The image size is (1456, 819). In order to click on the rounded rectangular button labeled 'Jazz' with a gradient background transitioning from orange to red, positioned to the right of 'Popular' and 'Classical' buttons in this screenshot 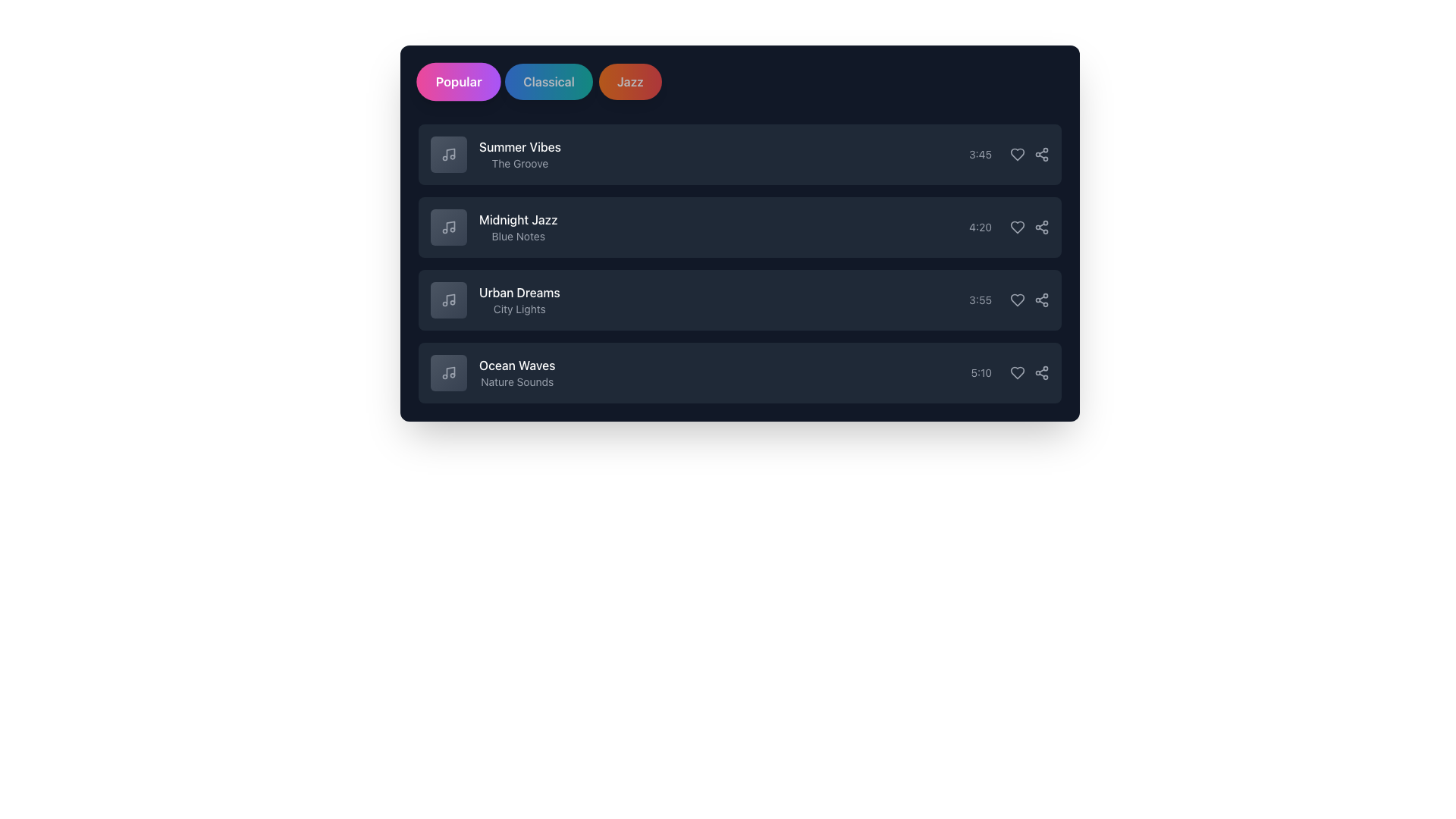, I will do `click(630, 82)`.